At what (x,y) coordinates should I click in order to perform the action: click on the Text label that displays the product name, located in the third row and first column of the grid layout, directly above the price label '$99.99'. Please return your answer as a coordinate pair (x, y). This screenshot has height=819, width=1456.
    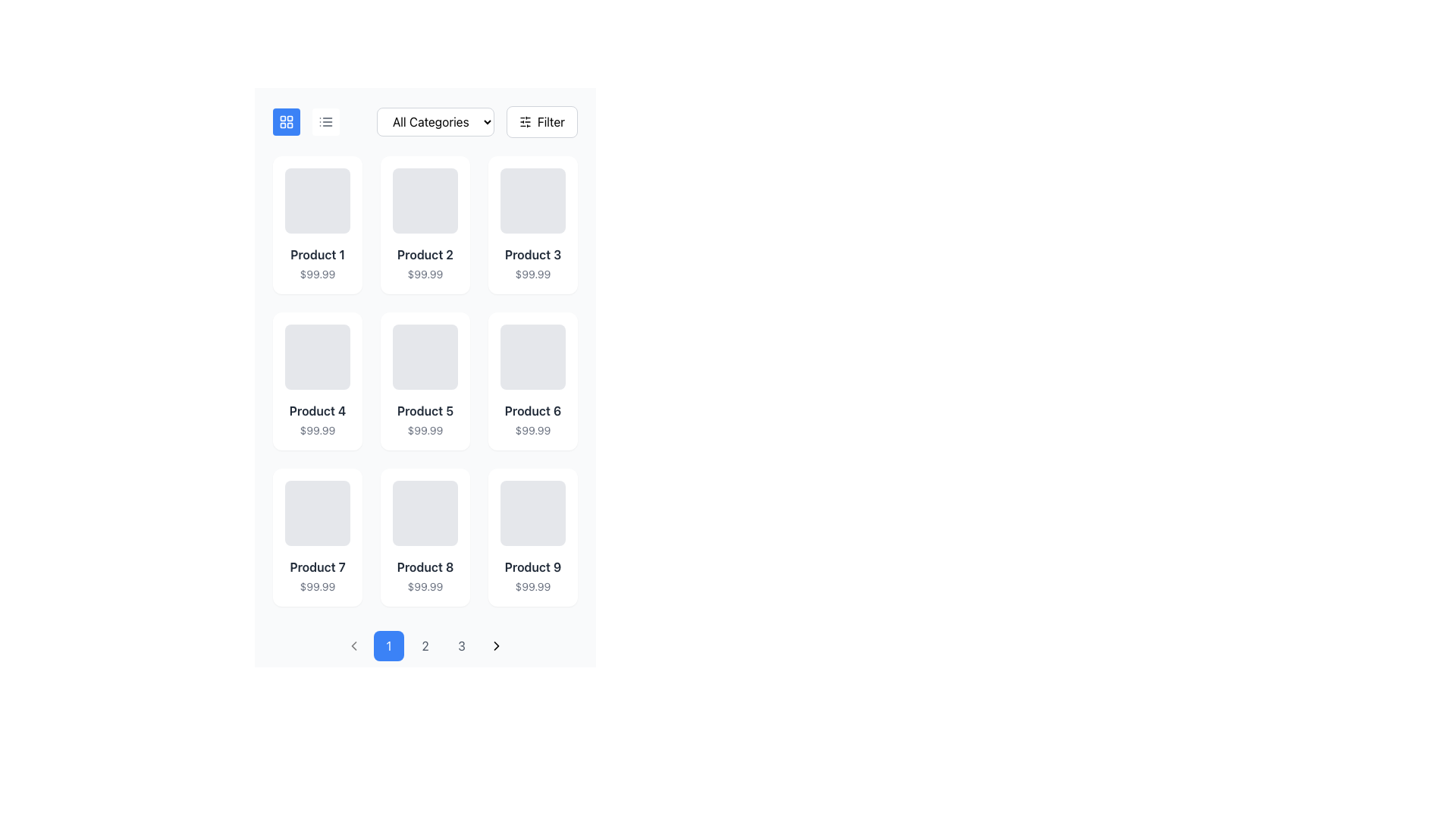
    Looking at the image, I should click on (316, 567).